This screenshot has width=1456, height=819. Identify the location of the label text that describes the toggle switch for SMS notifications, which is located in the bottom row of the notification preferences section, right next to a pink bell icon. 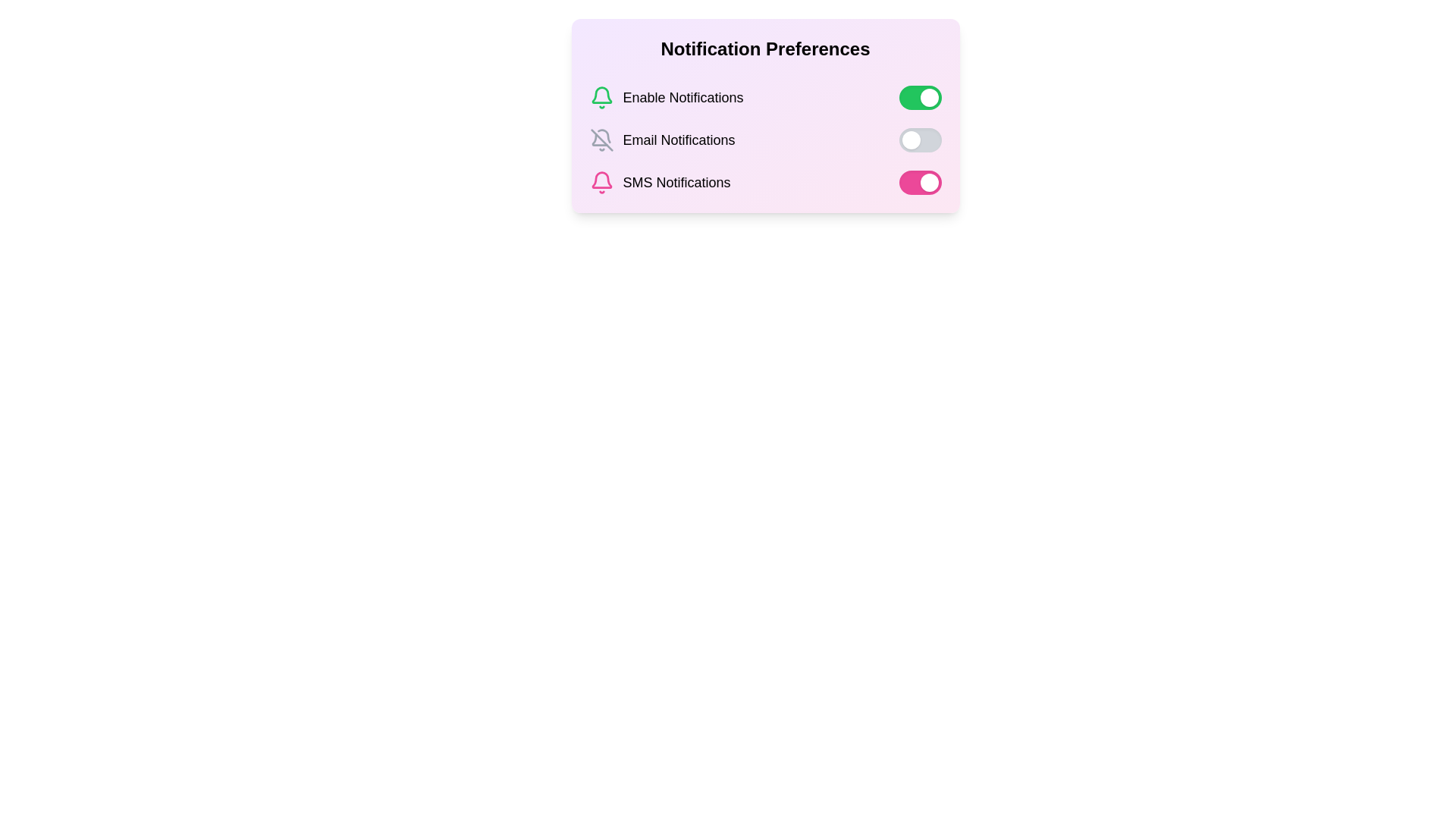
(676, 181).